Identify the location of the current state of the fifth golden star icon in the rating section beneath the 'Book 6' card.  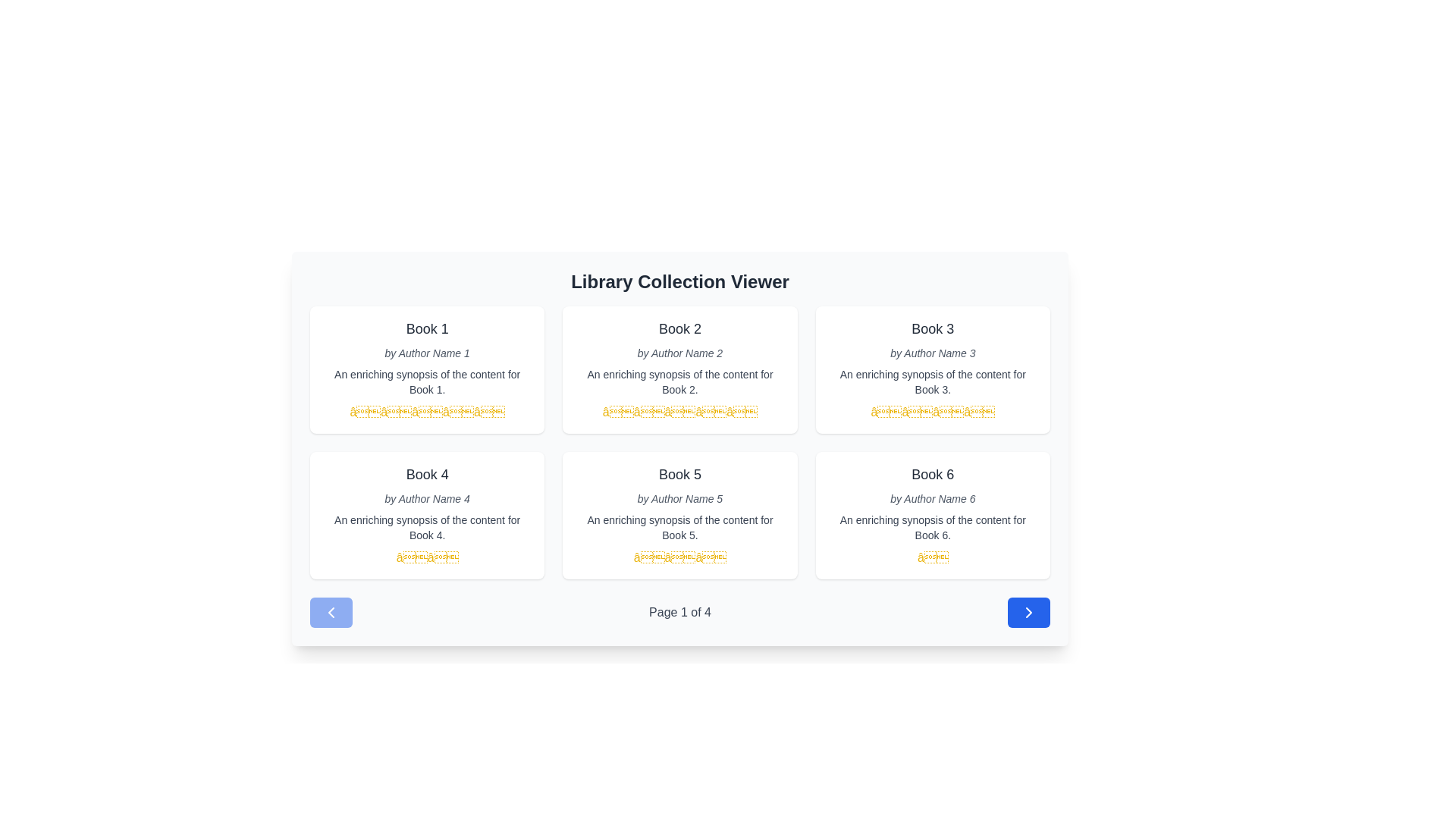
(932, 557).